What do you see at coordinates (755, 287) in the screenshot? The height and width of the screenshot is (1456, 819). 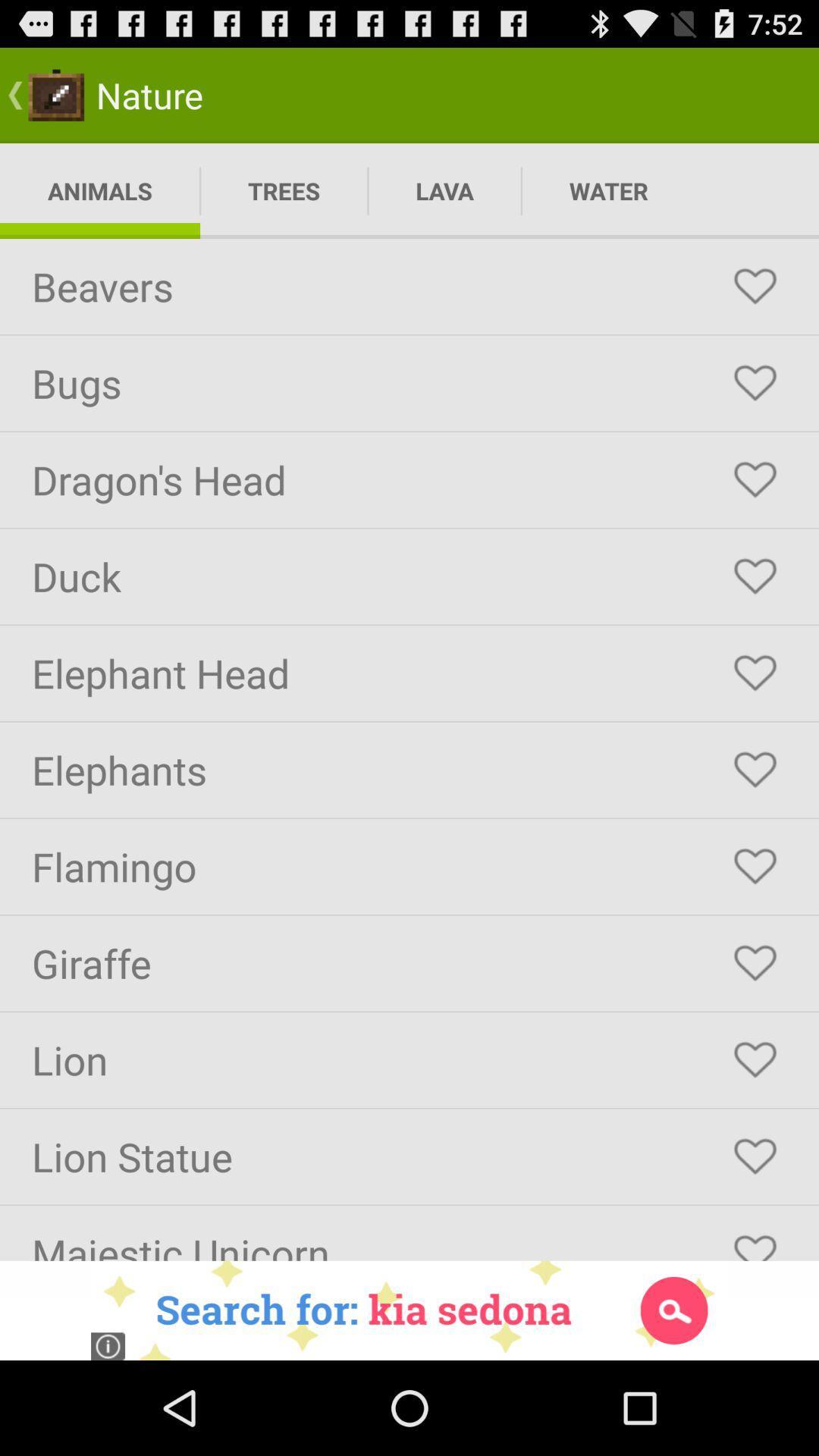 I see `button` at bounding box center [755, 287].